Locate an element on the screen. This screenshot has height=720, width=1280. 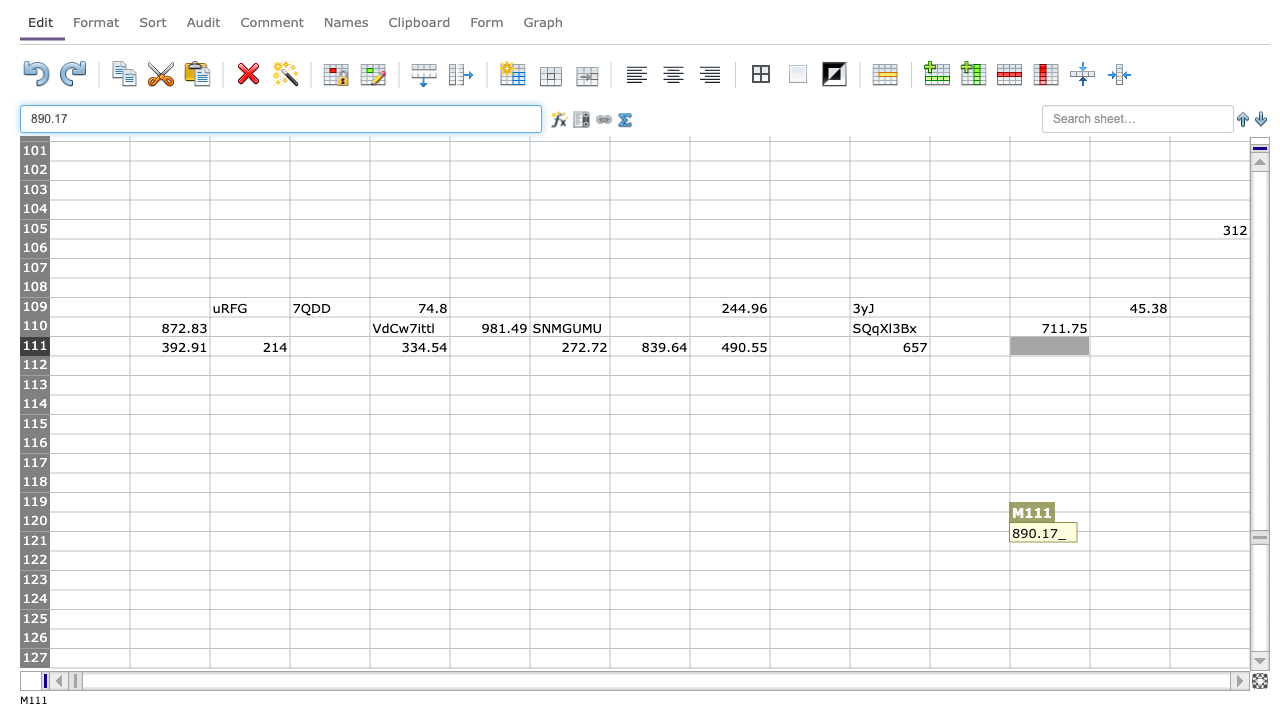
column N row 121 is located at coordinates (1129, 541).